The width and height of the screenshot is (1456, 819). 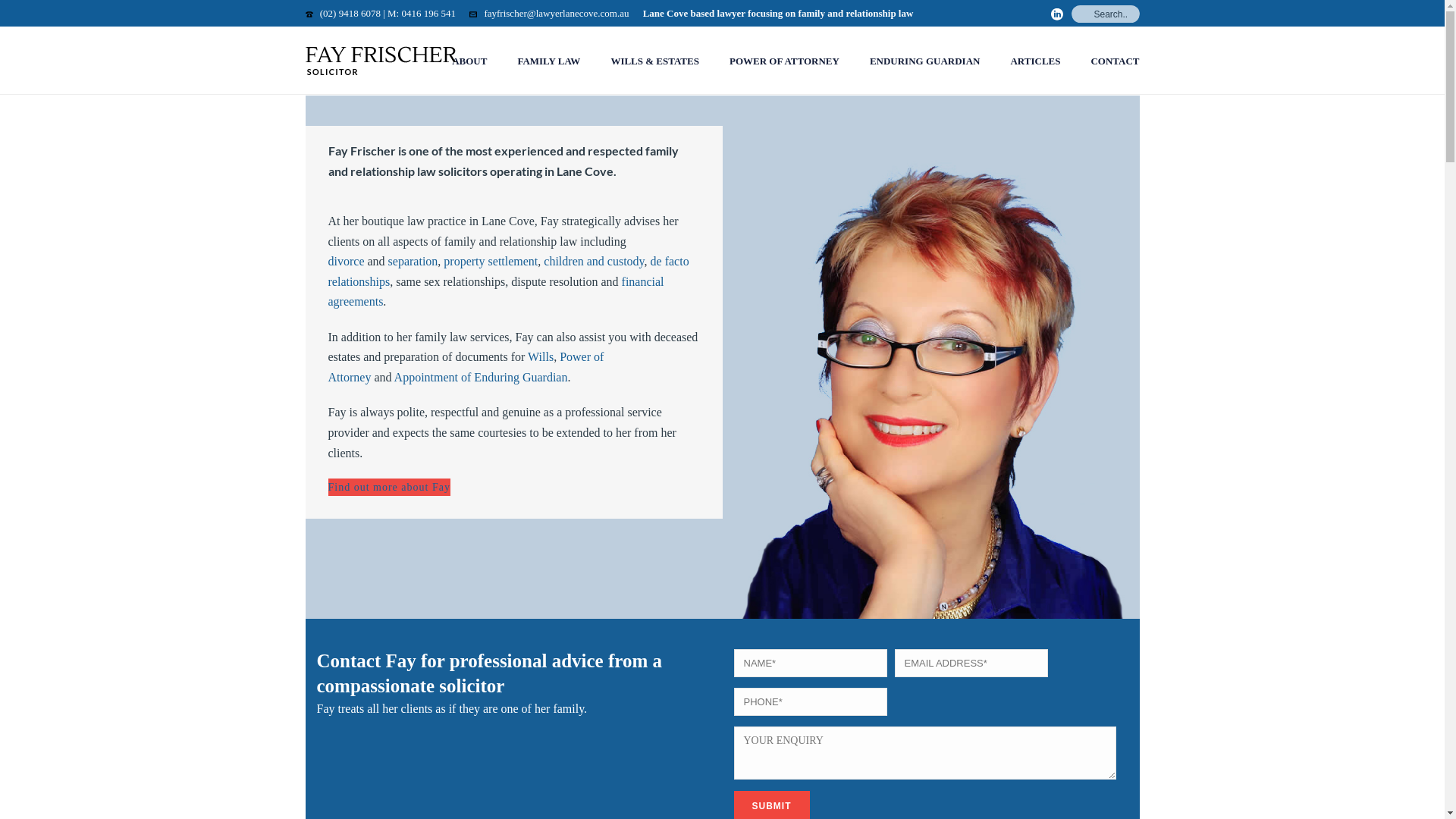 What do you see at coordinates (495, 292) in the screenshot?
I see `' financial agreements'` at bounding box center [495, 292].